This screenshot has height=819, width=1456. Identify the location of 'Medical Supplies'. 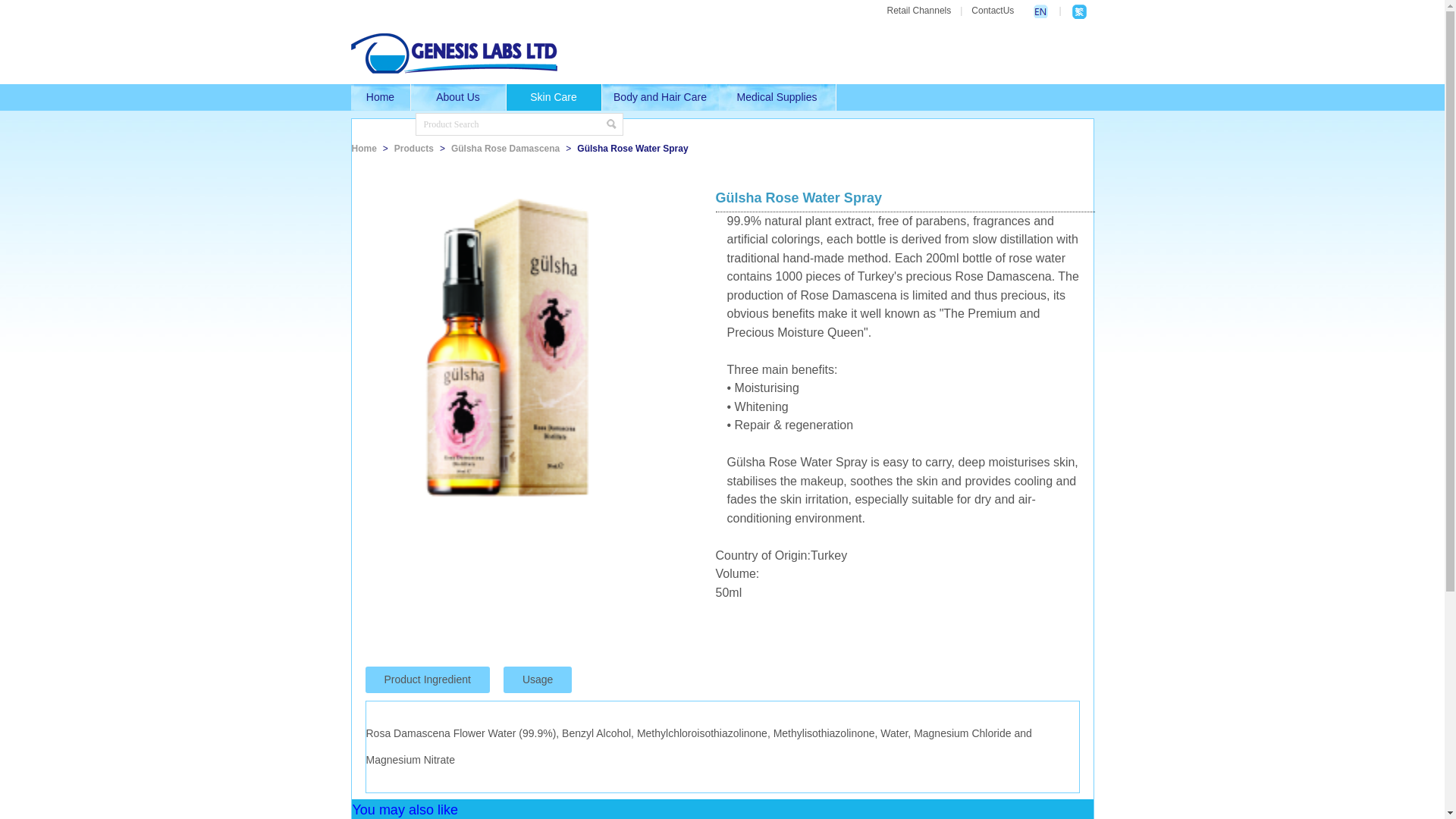
(777, 97).